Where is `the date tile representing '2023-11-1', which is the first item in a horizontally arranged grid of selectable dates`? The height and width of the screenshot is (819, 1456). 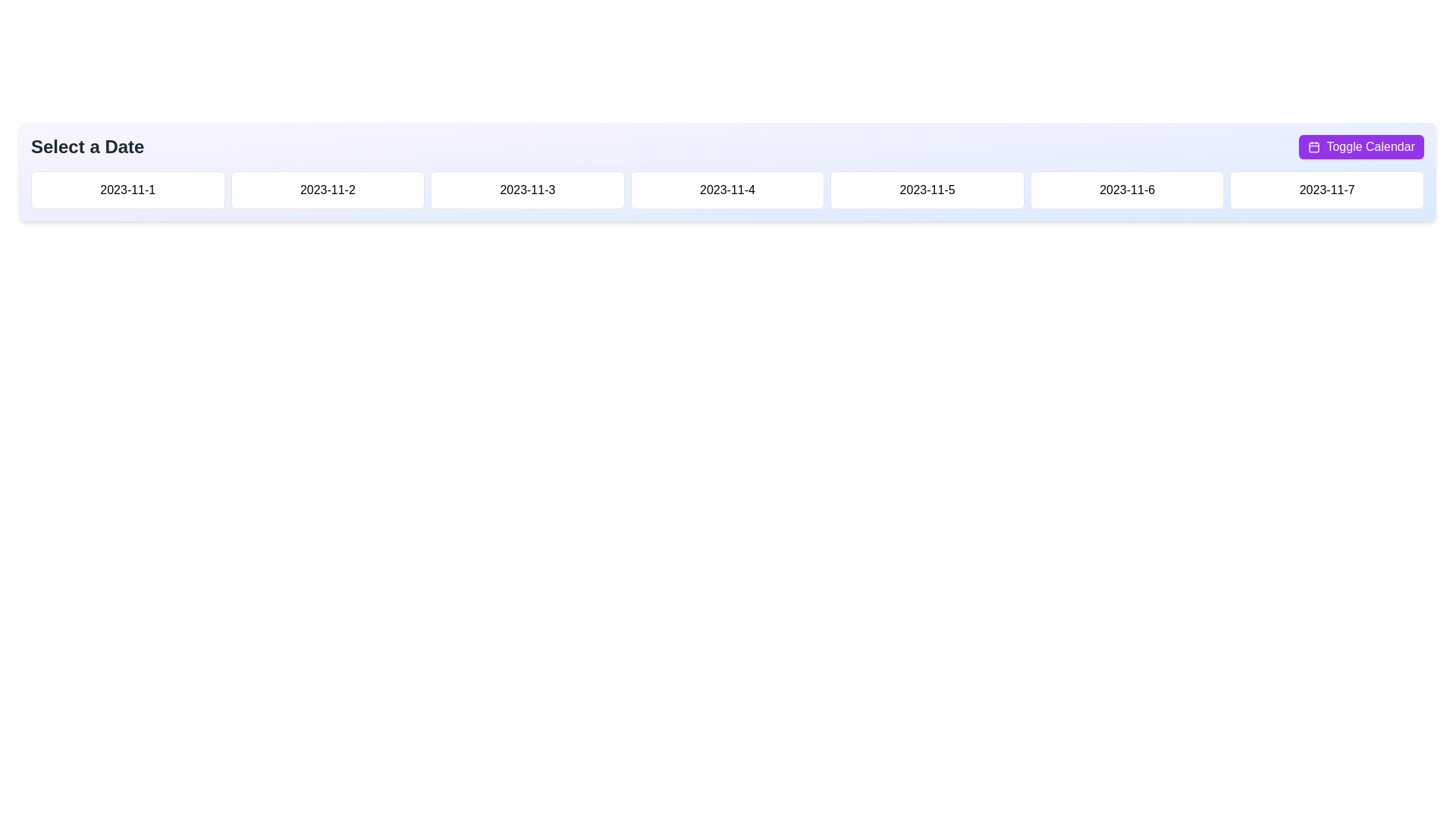
the date tile representing '2023-11-1', which is the first item in a horizontally arranged grid of selectable dates is located at coordinates (127, 189).